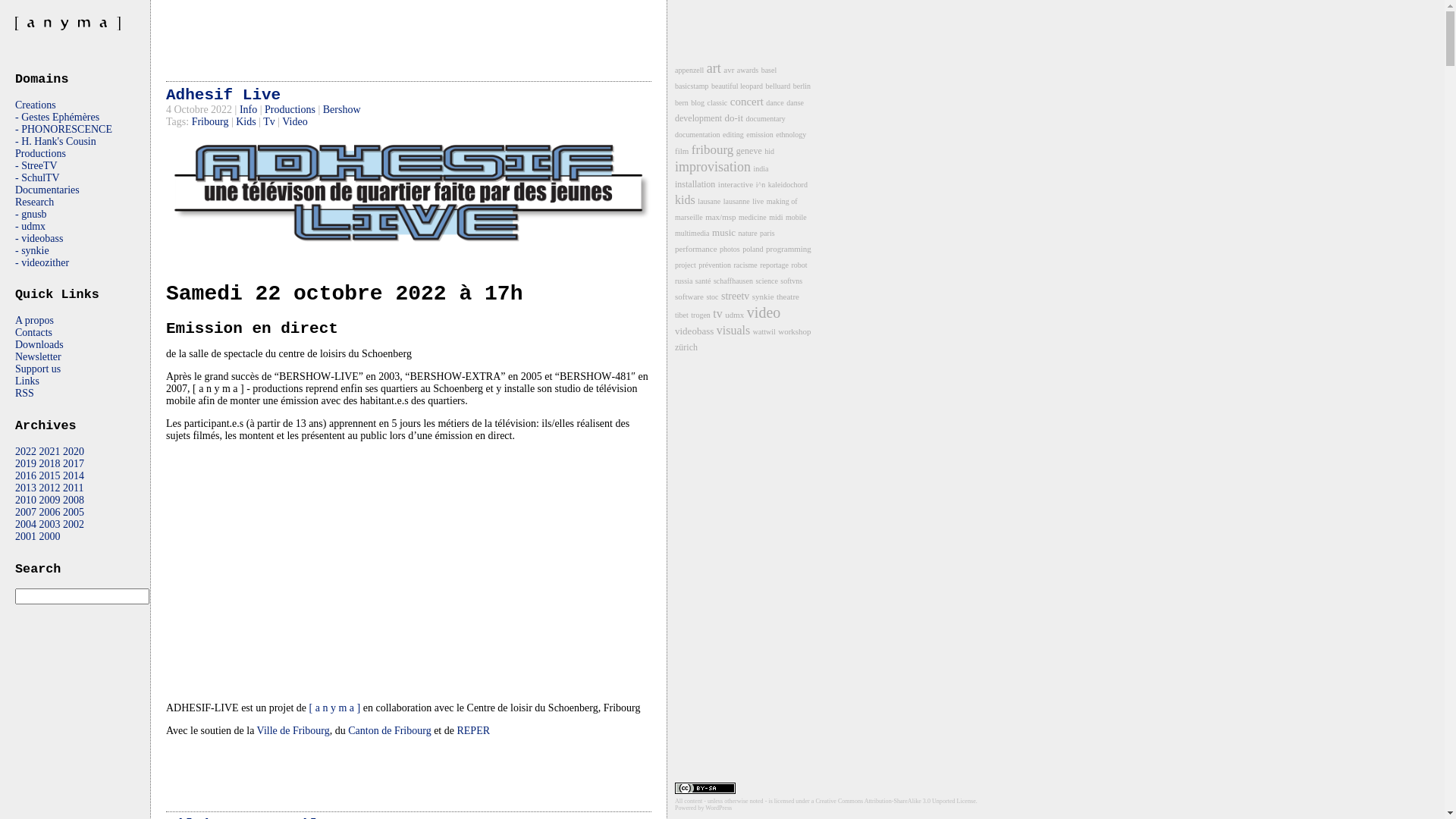 This screenshot has width=1456, height=819. Describe the element at coordinates (777, 86) in the screenshot. I see `'belluard'` at that location.